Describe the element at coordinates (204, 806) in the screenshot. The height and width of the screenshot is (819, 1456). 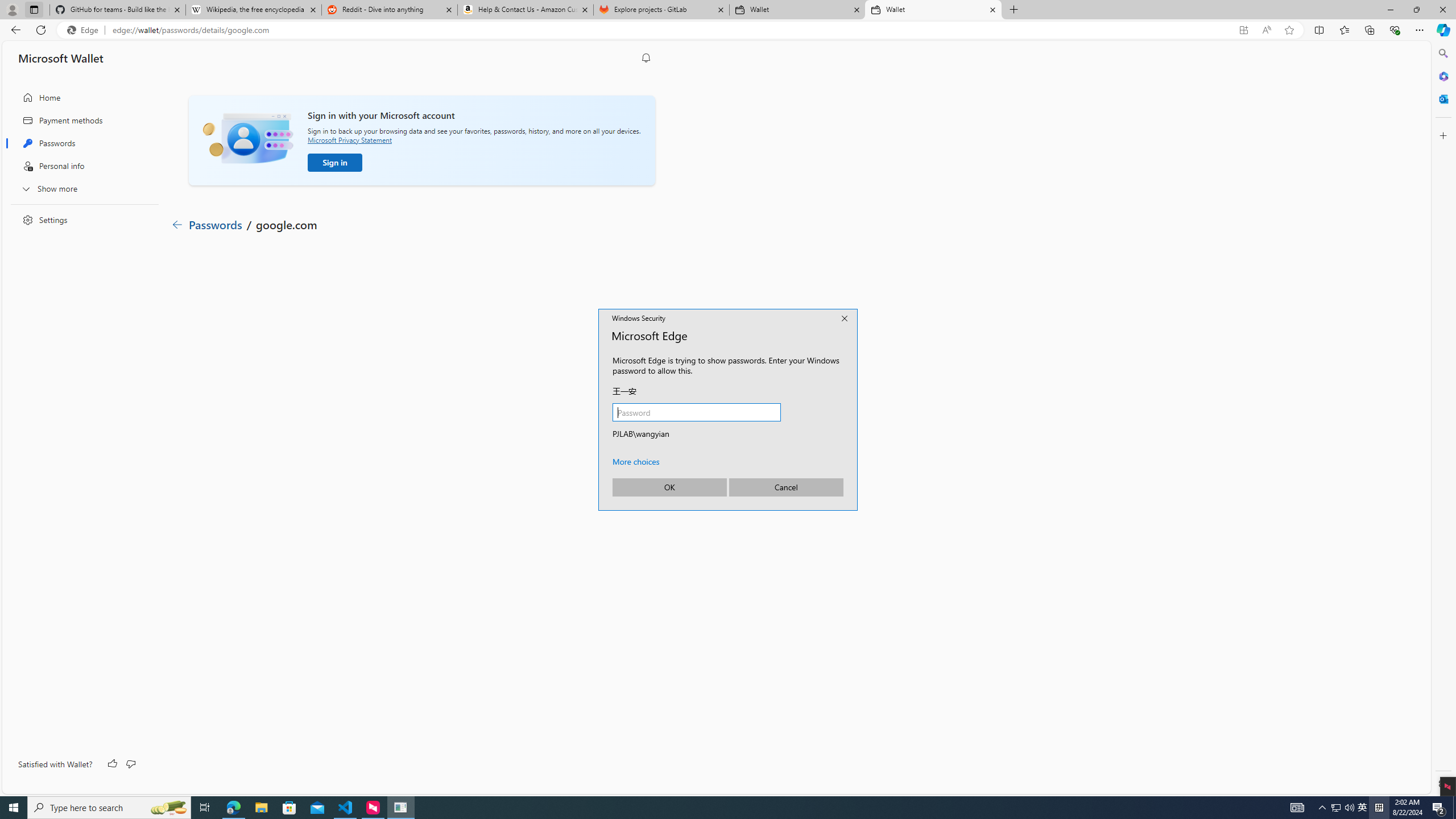
I see `'Task View'` at that location.